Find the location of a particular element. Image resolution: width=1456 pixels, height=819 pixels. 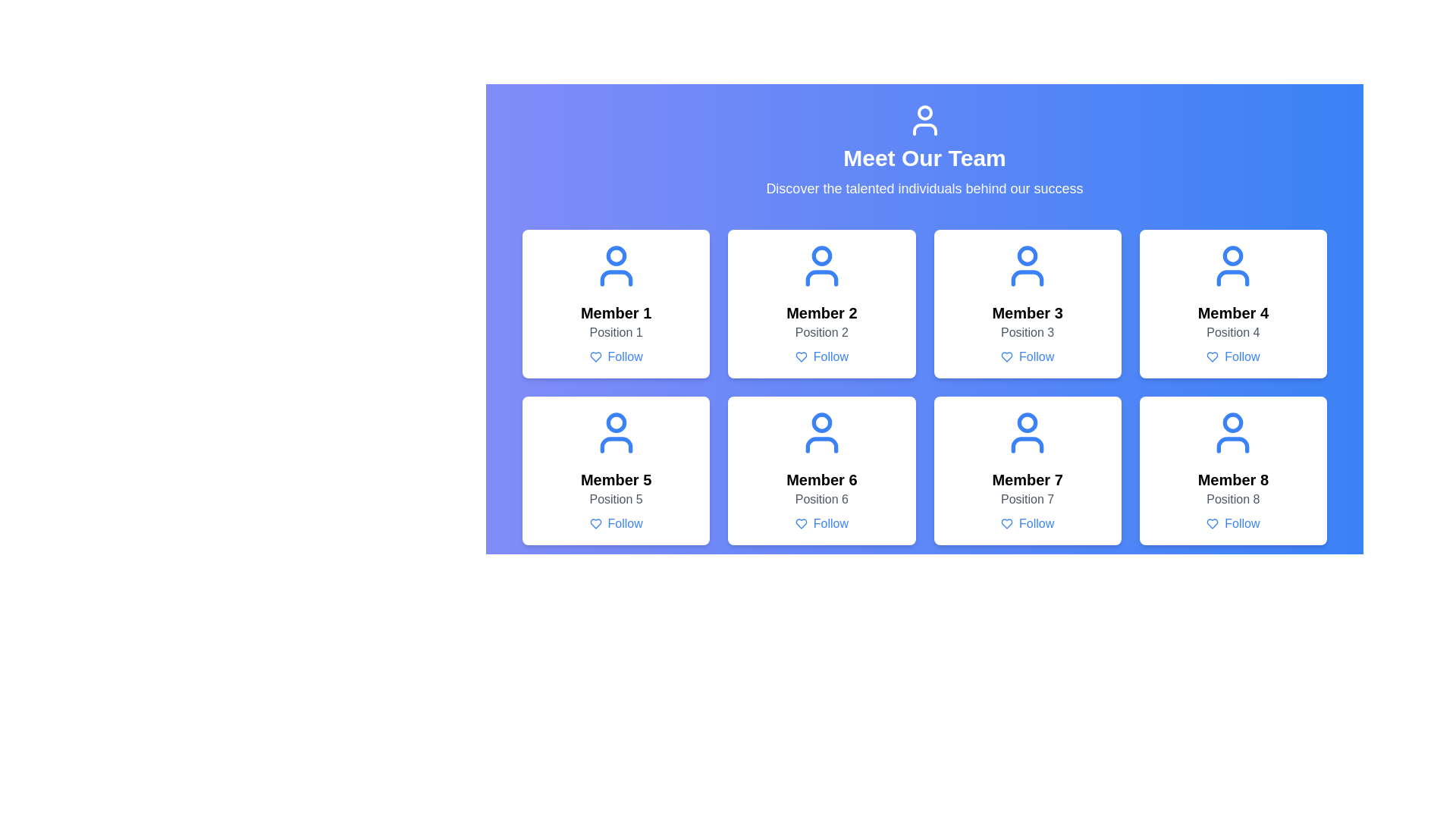

the card UI element displaying information about 'Member 3', located in the third column and first row of the grid is located at coordinates (1028, 304).